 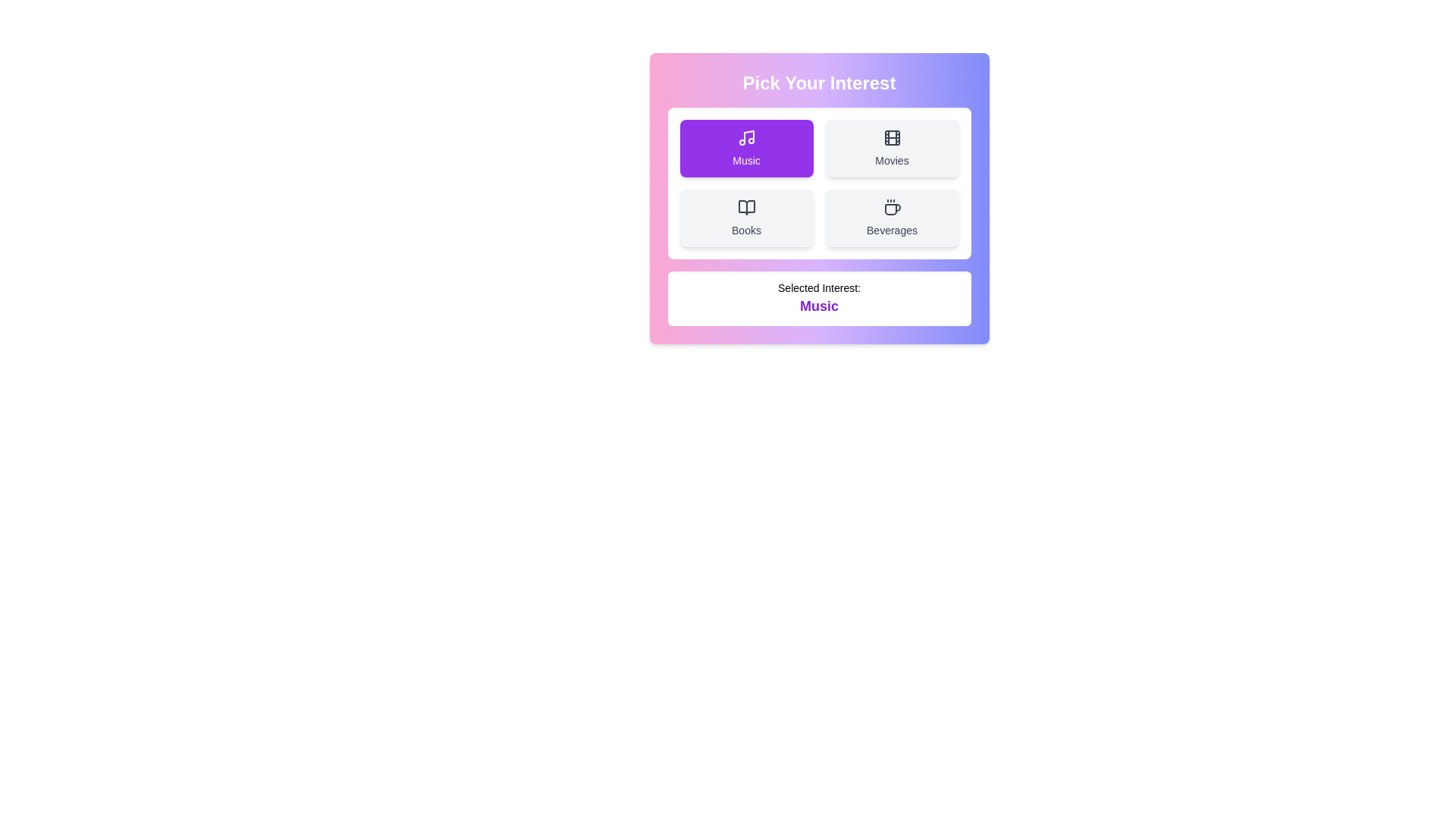 What do you see at coordinates (746, 218) in the screenshot?
I see `the button corresponding to the interest Books` at bounding box center [746, 218].